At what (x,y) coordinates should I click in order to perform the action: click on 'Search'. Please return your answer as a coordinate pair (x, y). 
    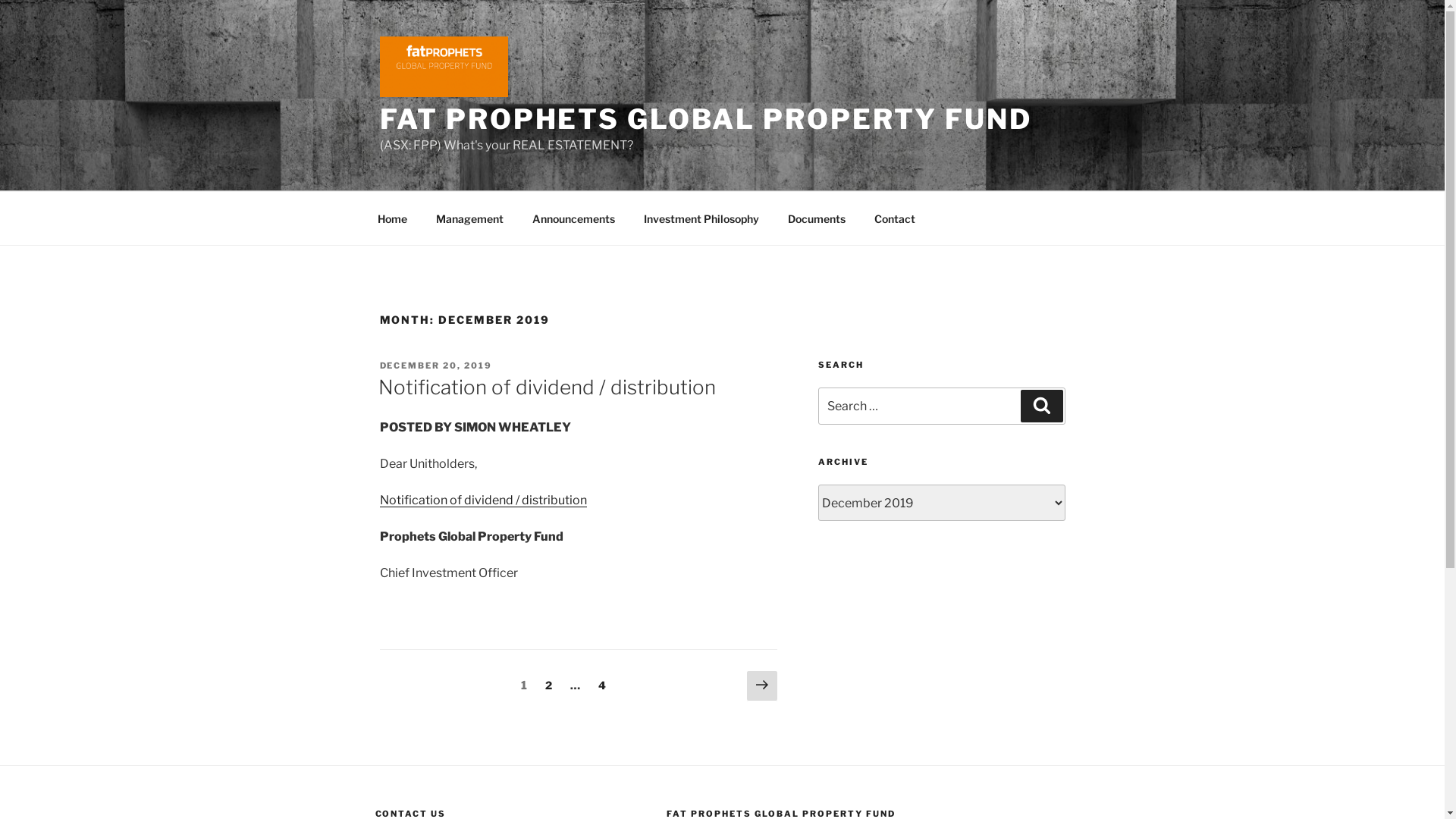
    Looking at the image, I should click on (1040, 405).